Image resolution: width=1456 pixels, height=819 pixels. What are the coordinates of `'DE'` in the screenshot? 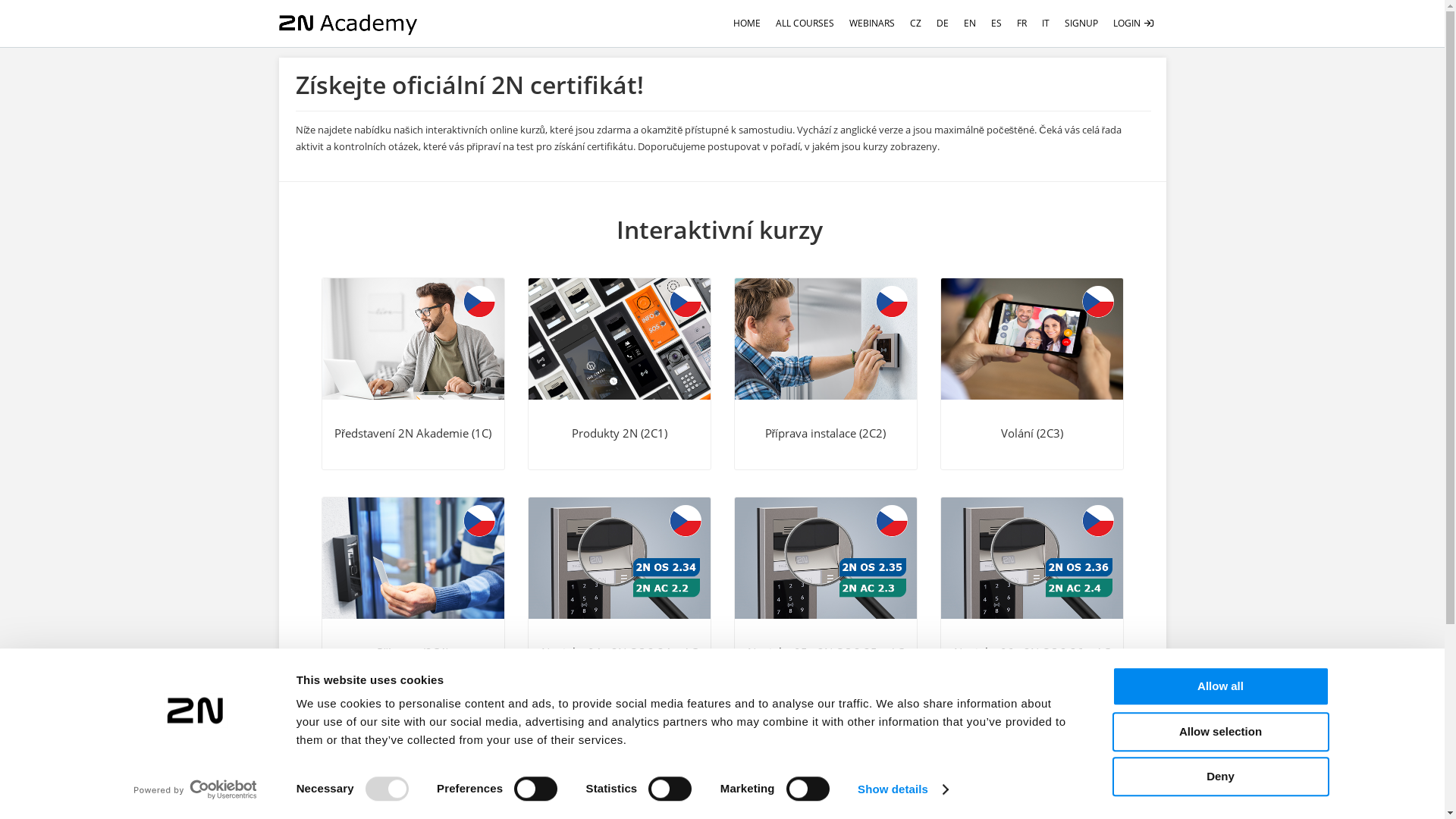 It's located at (942, 23).